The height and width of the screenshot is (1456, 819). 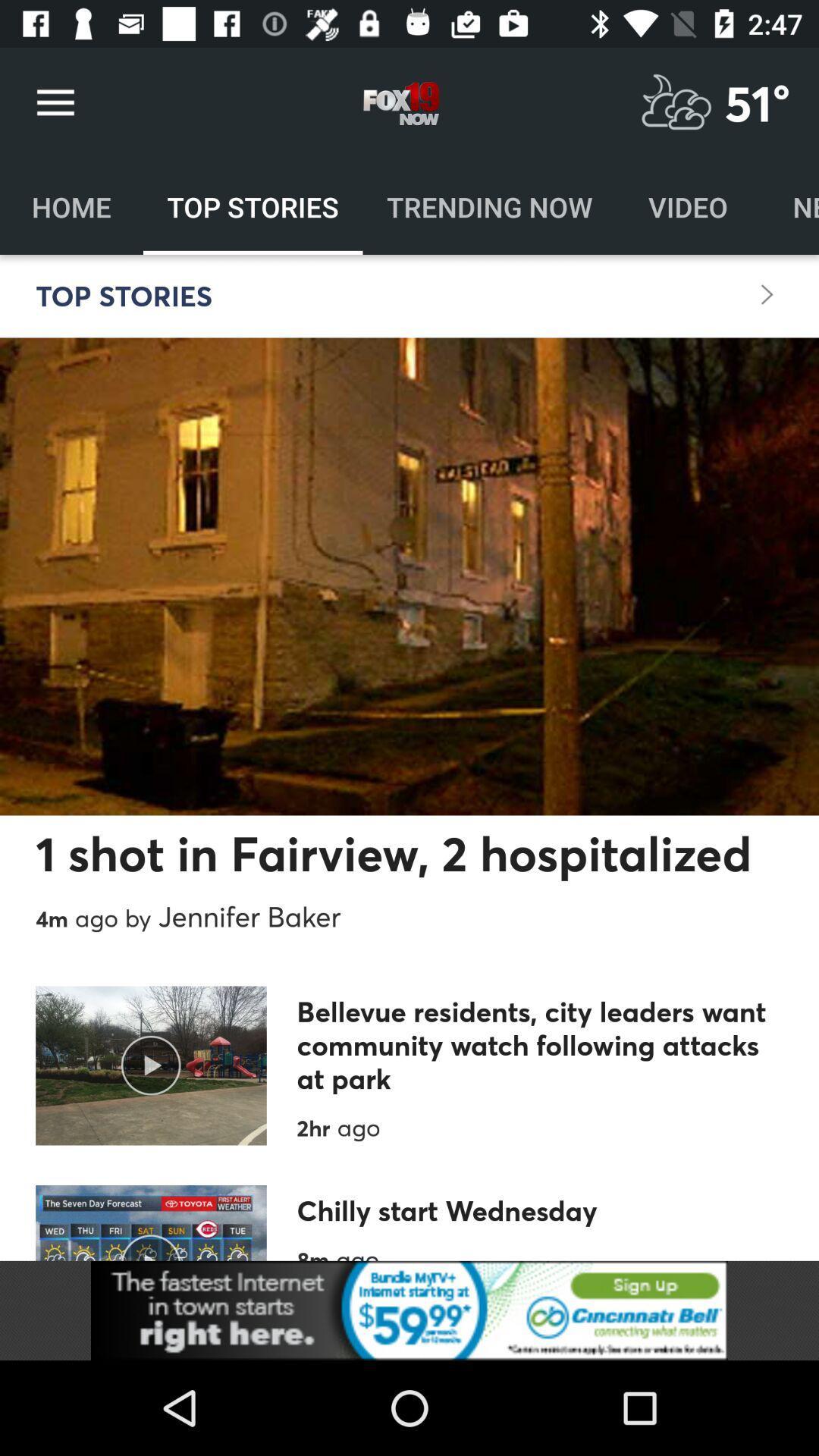 What do you see at coordinates (676, 102) in the screenshot?
I see `expand weather` at bounding box center [676, 102].